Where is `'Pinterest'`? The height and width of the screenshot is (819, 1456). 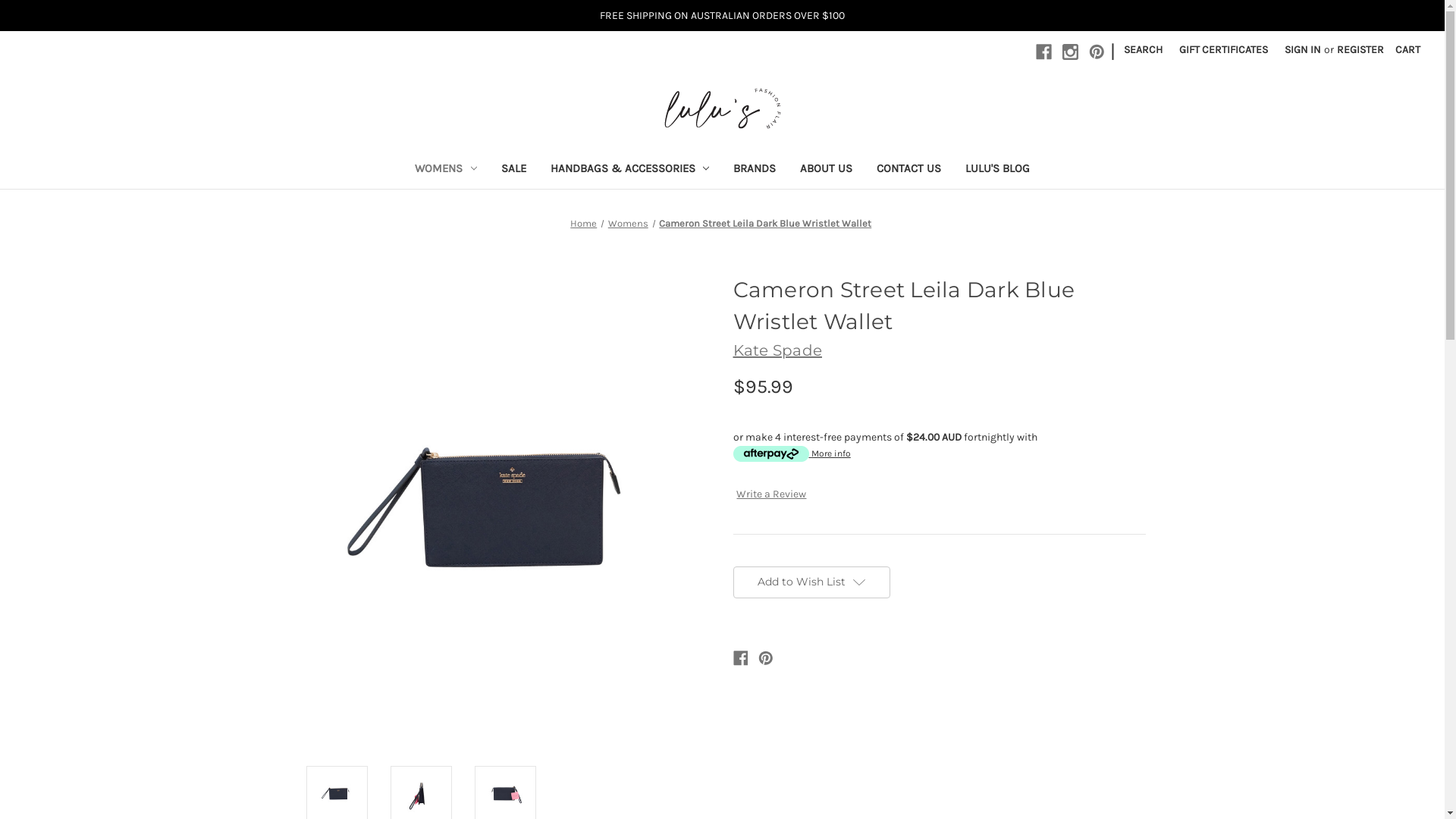
'Pinterest' is located at coordinates (765, 657).